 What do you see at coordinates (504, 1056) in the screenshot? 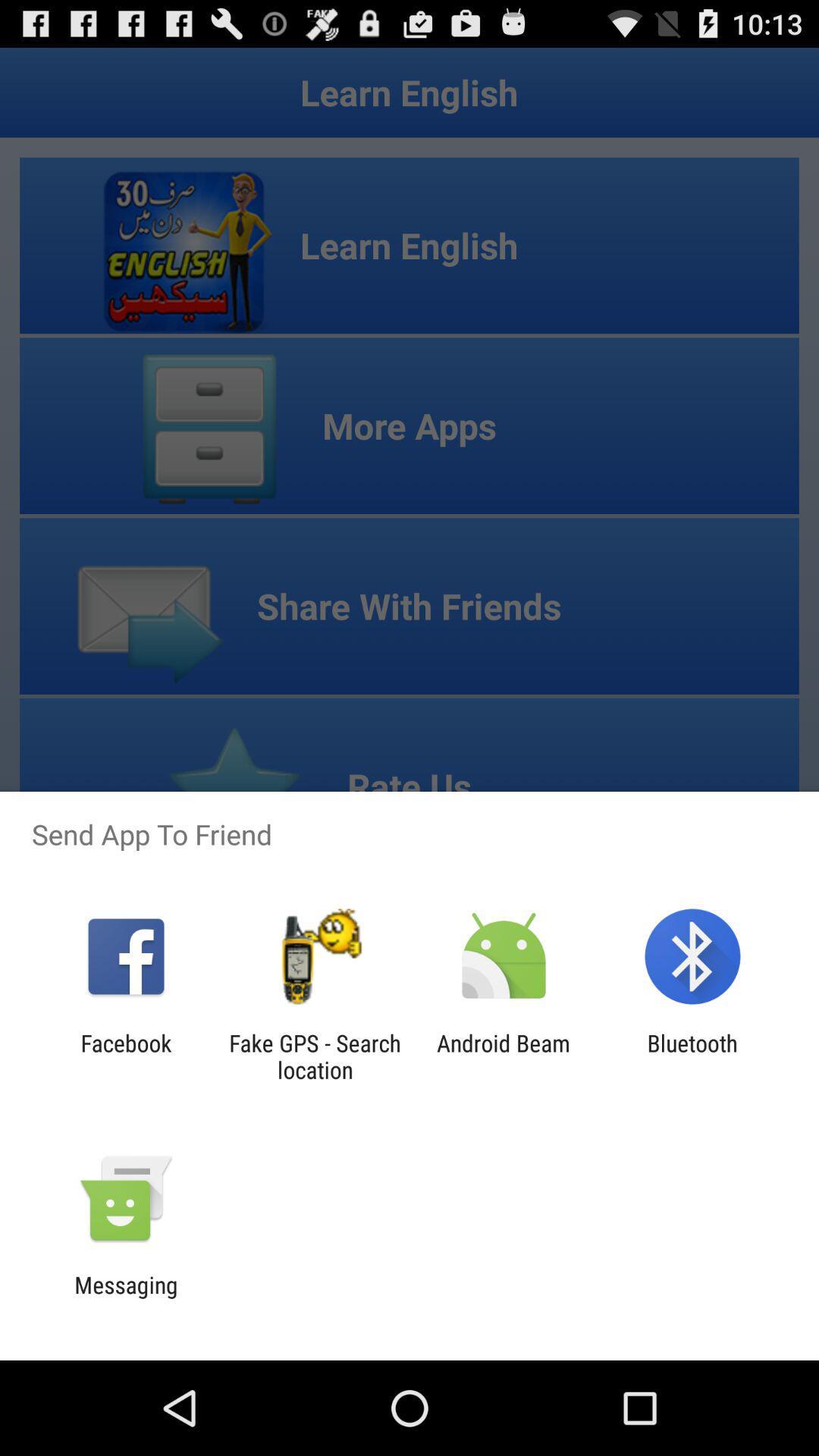
I see `the item to the right of fake gps search app` at bounding box center [504, 1056].